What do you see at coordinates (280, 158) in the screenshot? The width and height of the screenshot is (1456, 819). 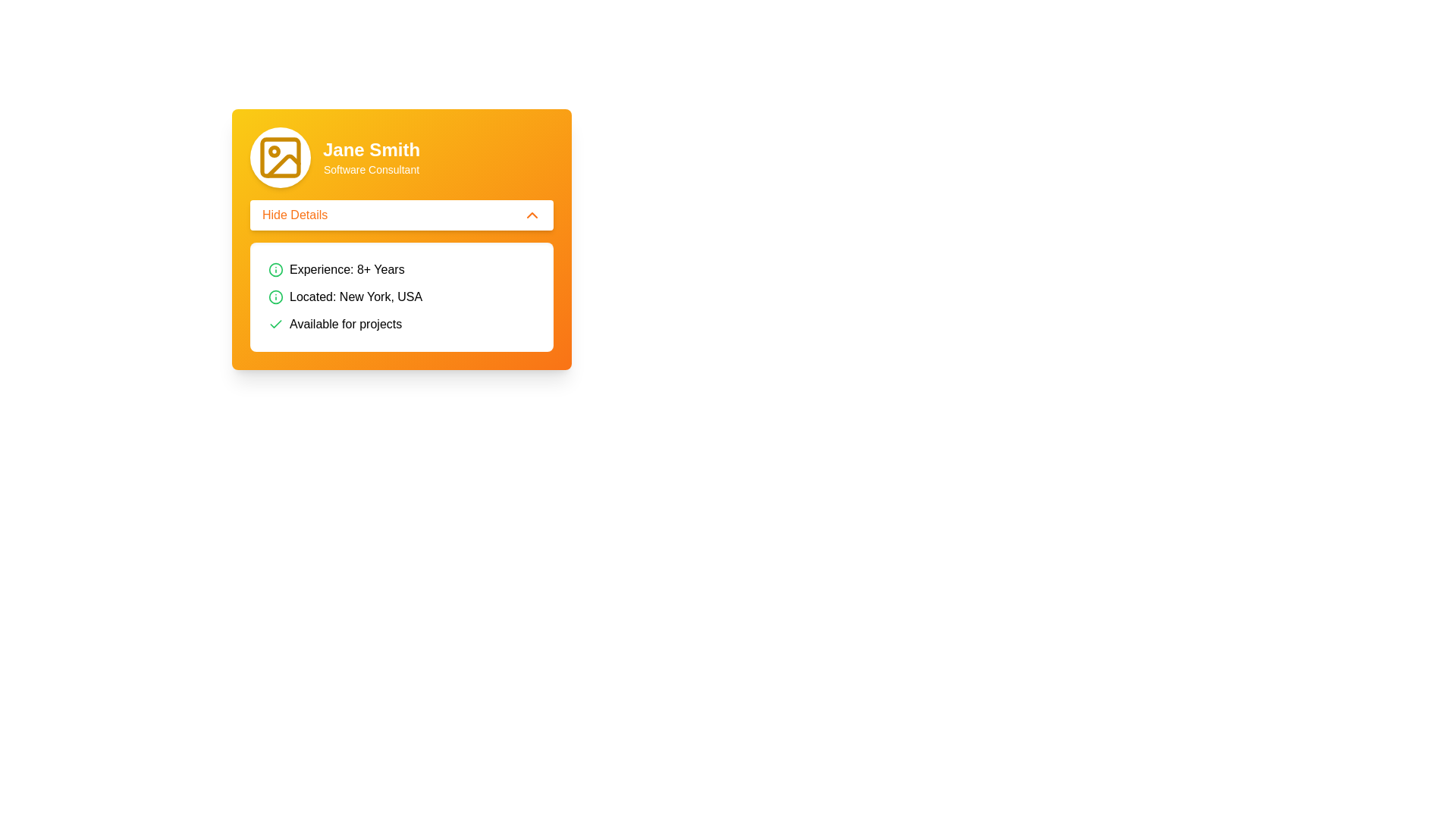 I see `the user's profile SVG Icon located at the top-left corner of the card interface, adjacent to the user's name and role information` at bounding box center [280, 158].